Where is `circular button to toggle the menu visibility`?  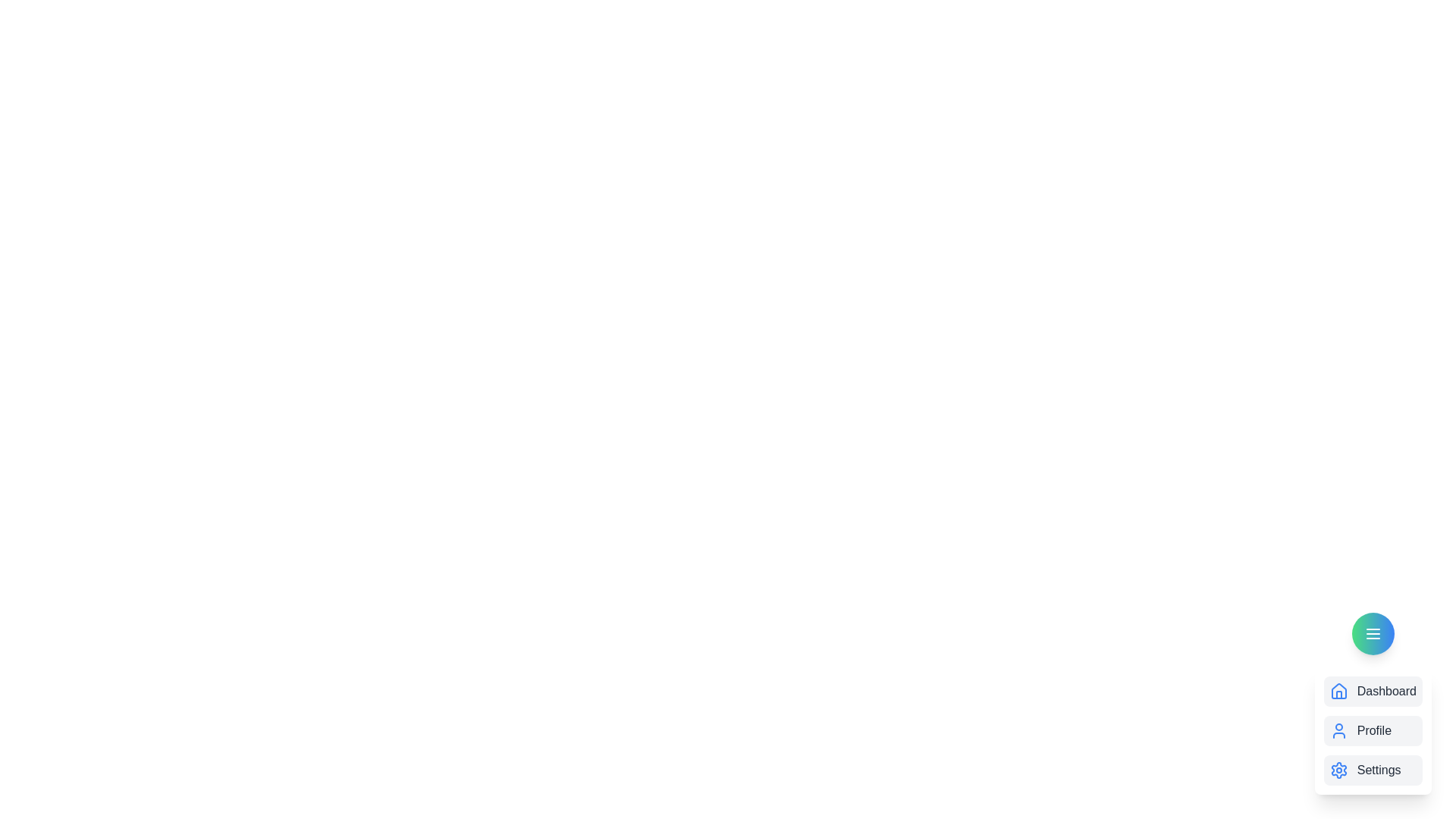
circular button to toggle the menu visibility is located at coordinates (1373, 634).